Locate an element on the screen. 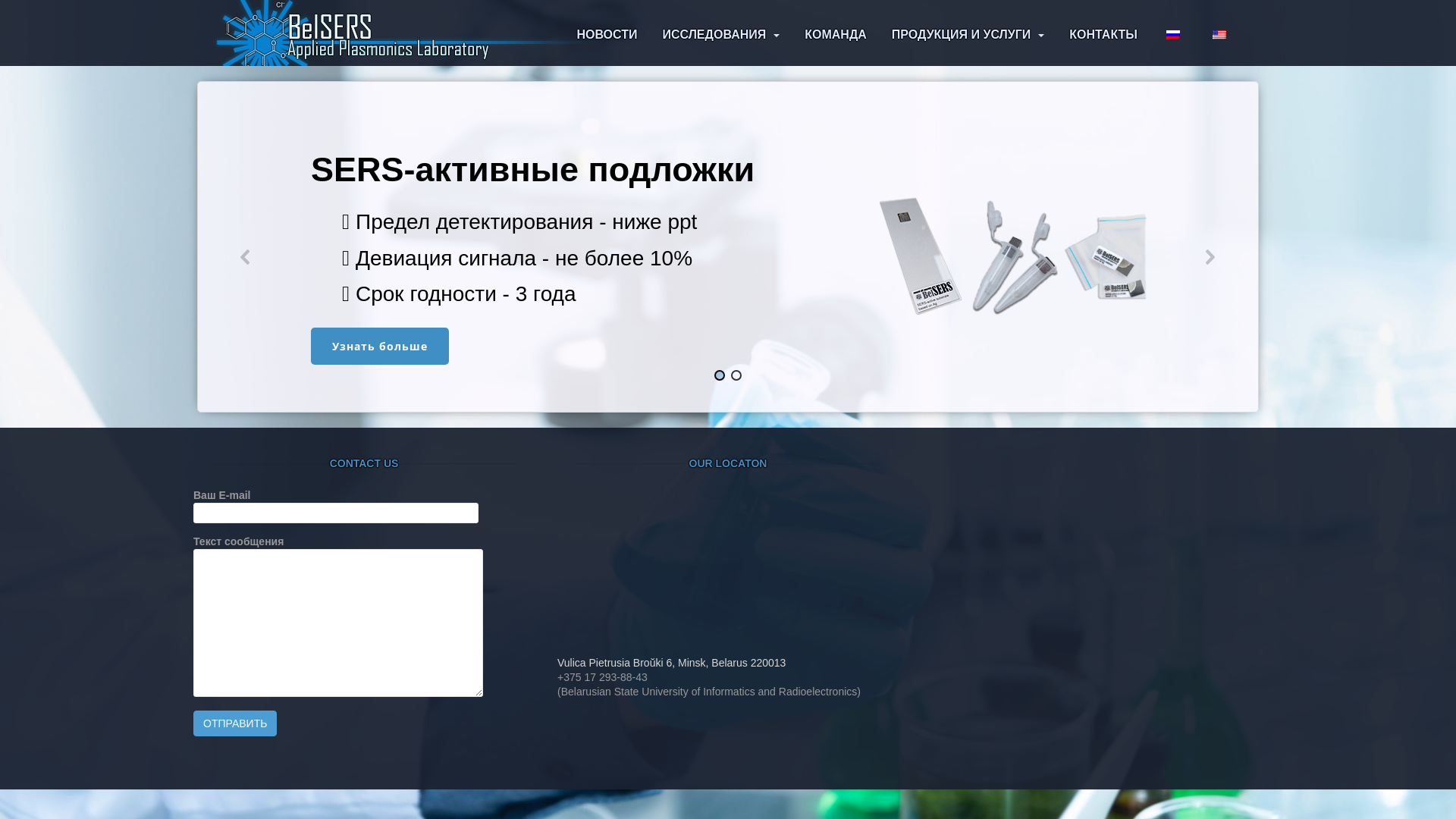 This screenshot has width=1456, height=819. 'English' is located at coordinates (1211, 34).